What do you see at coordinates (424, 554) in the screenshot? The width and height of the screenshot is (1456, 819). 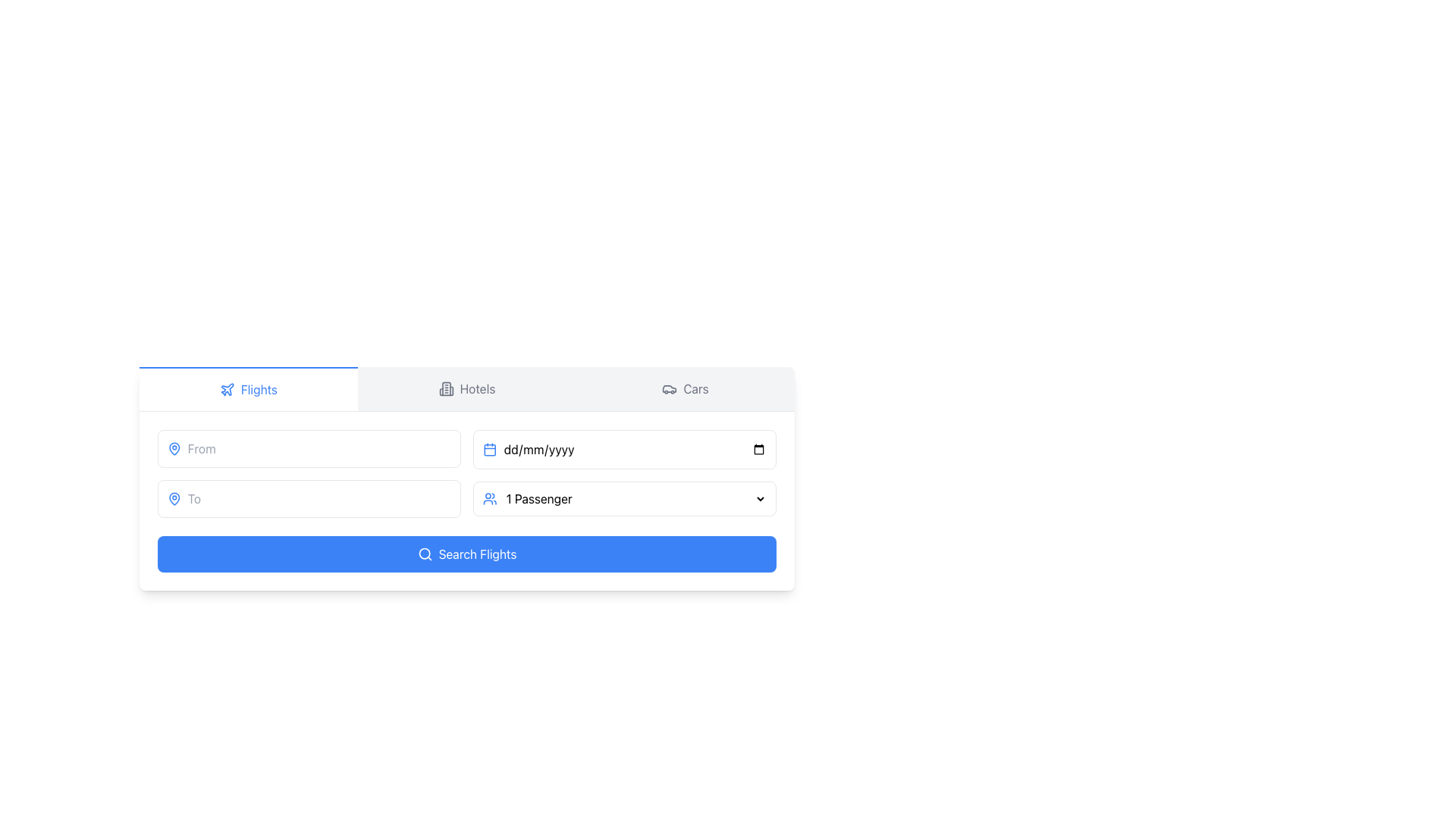 I see `the Decorative Circle within the magnifying glass icon that symbolizes search functionality, located at the bottom of the flight search form` at bounding box center [424, 554].